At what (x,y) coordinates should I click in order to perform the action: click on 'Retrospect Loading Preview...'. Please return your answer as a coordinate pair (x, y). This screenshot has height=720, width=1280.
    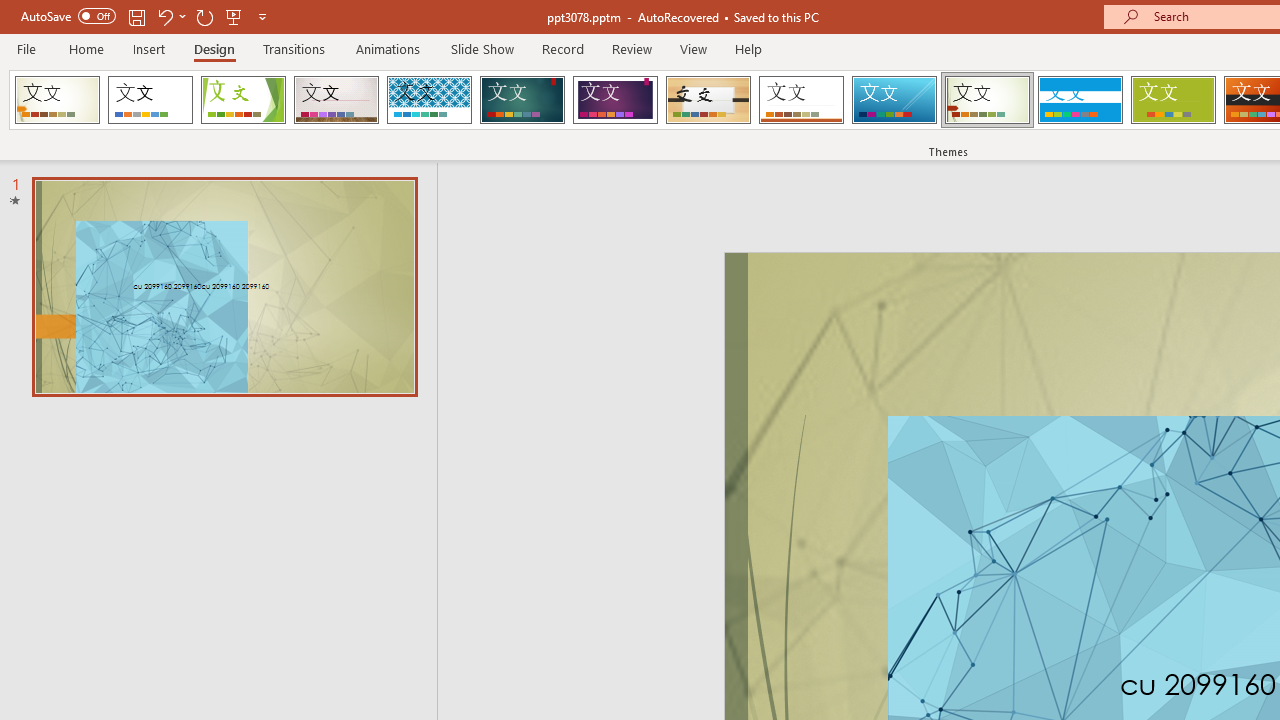
    Looking at the image, I should click on (801, 100).